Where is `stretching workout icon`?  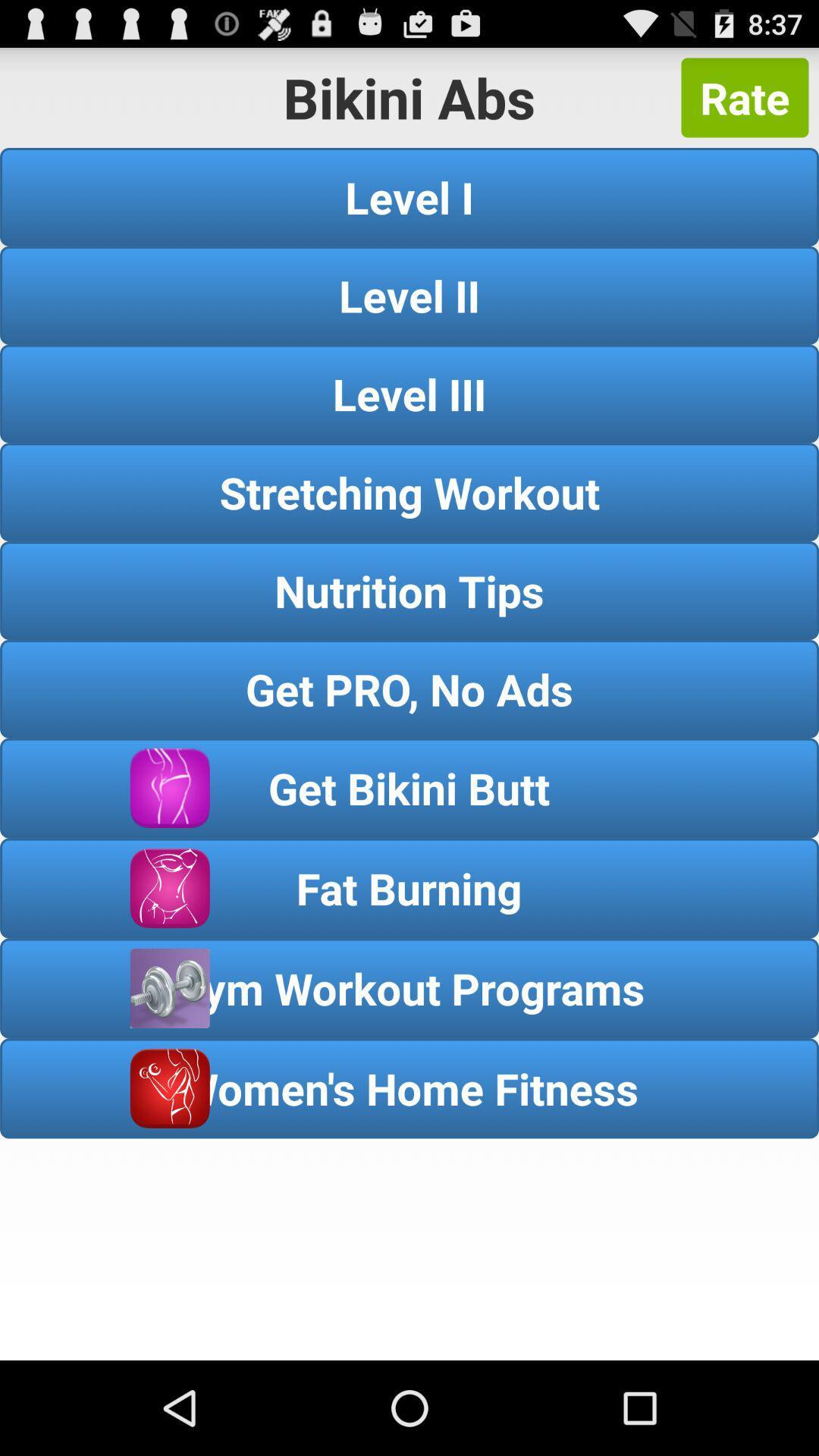
stretching workout icon is located at coordinates (409, 492).